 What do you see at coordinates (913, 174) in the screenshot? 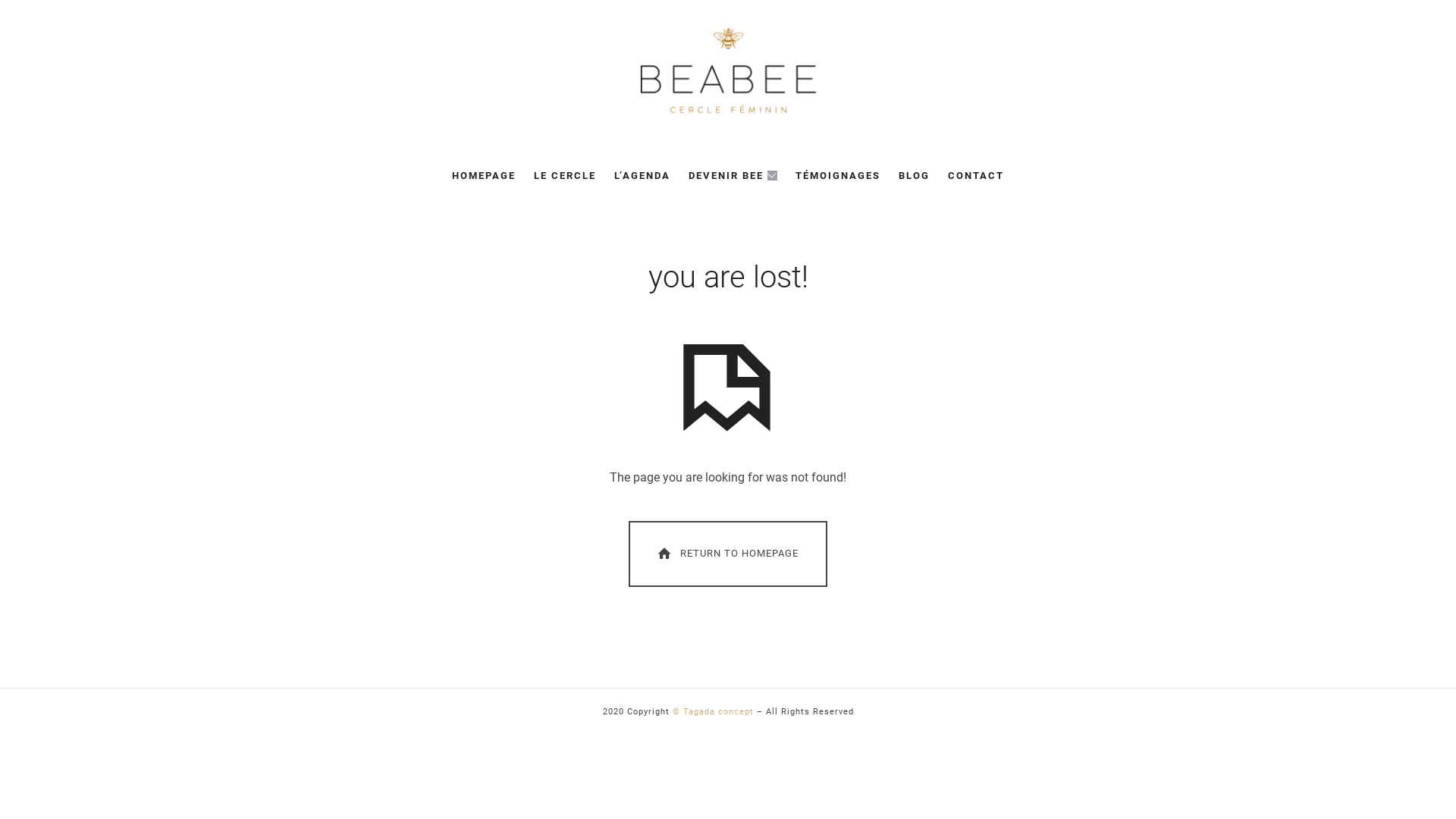
I see `'BLOG'` at bounding box center [913, 174].